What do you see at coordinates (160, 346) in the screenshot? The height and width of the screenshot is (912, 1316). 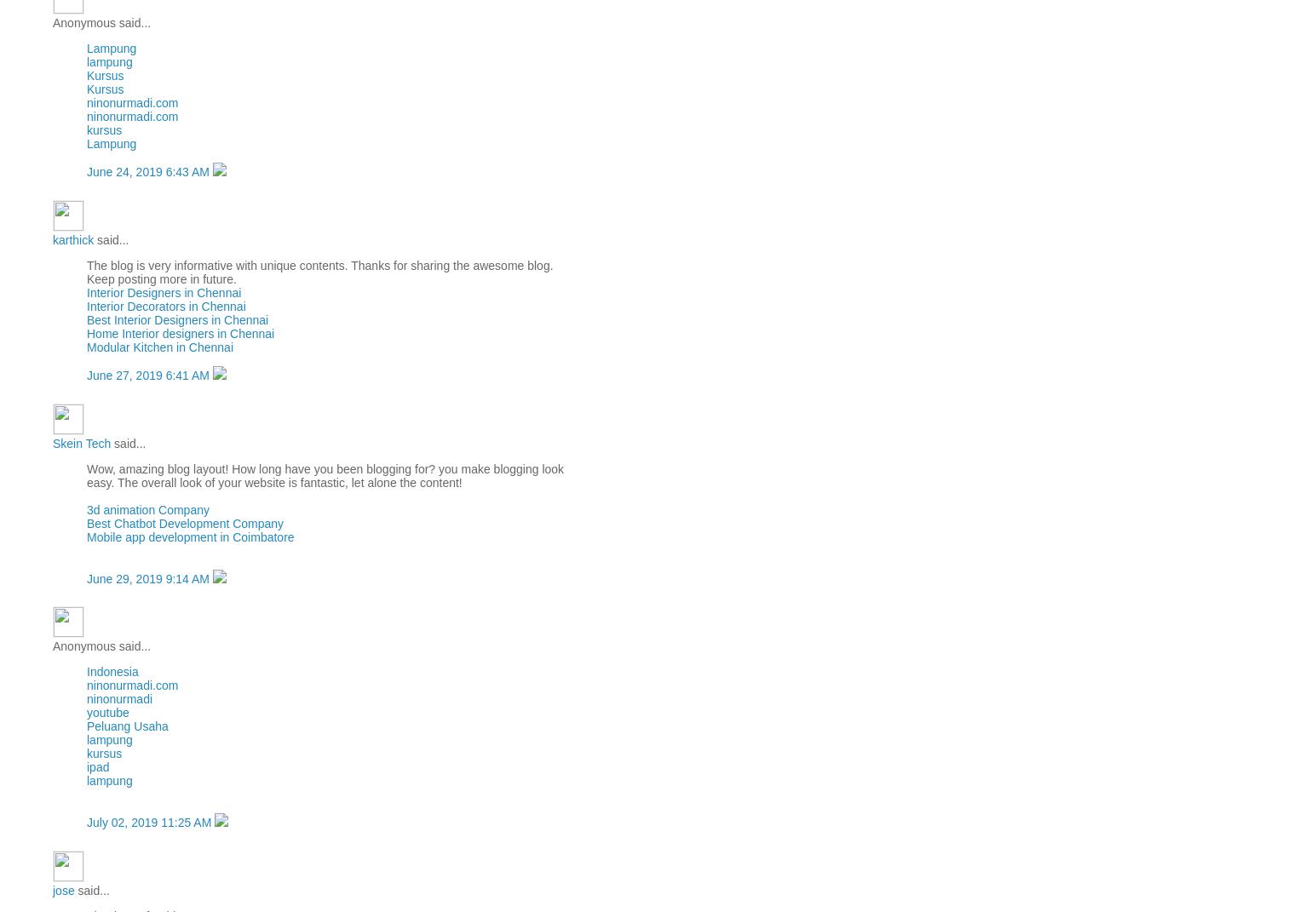 I see `'Modular Kitchen in Chennai'` at bounding box center [160, 346].